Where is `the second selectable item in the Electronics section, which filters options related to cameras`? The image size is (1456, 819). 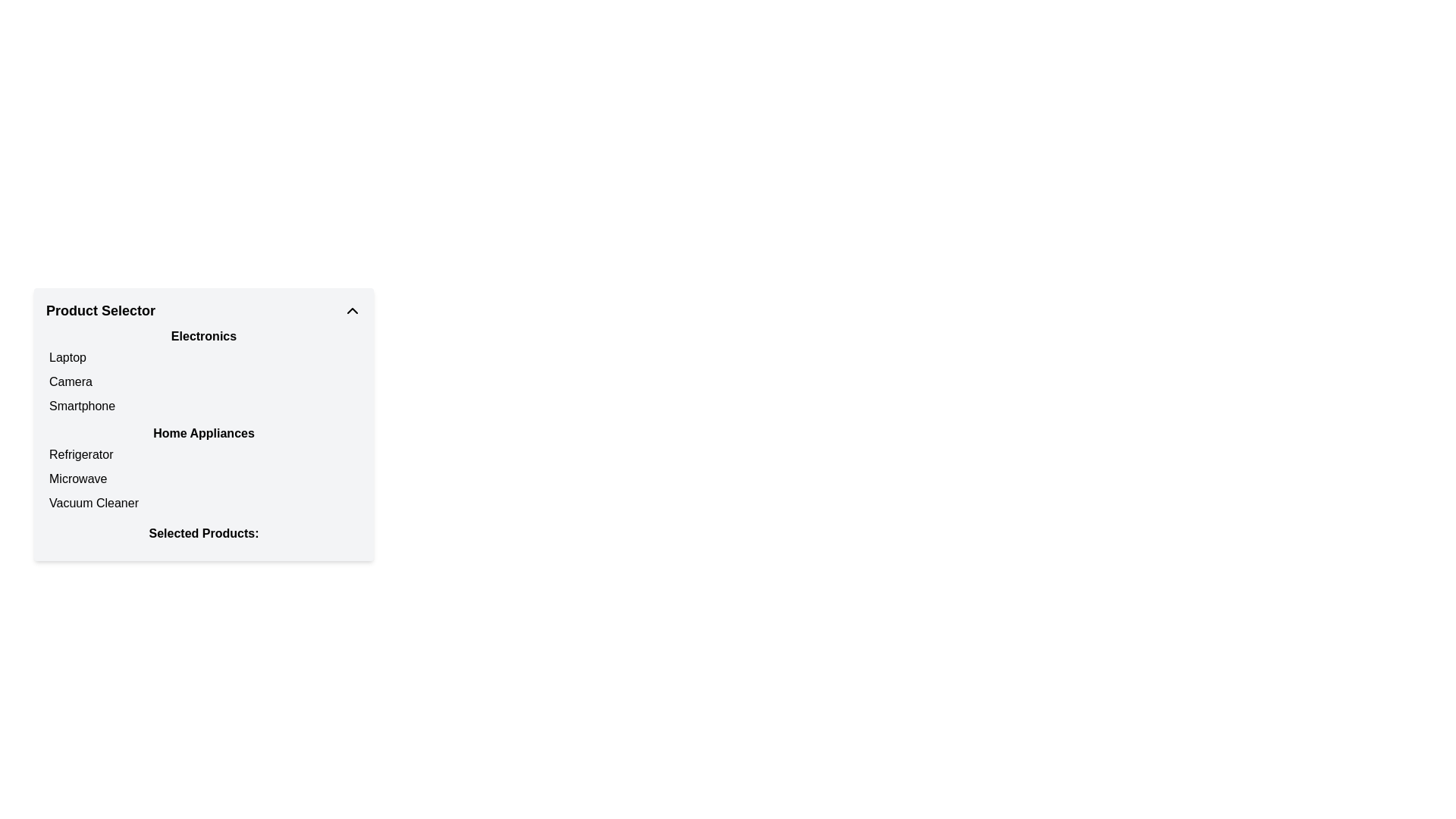 the second selectable item in the Electronics section, which filters options related to cameras is located at coordinates (202, 381).